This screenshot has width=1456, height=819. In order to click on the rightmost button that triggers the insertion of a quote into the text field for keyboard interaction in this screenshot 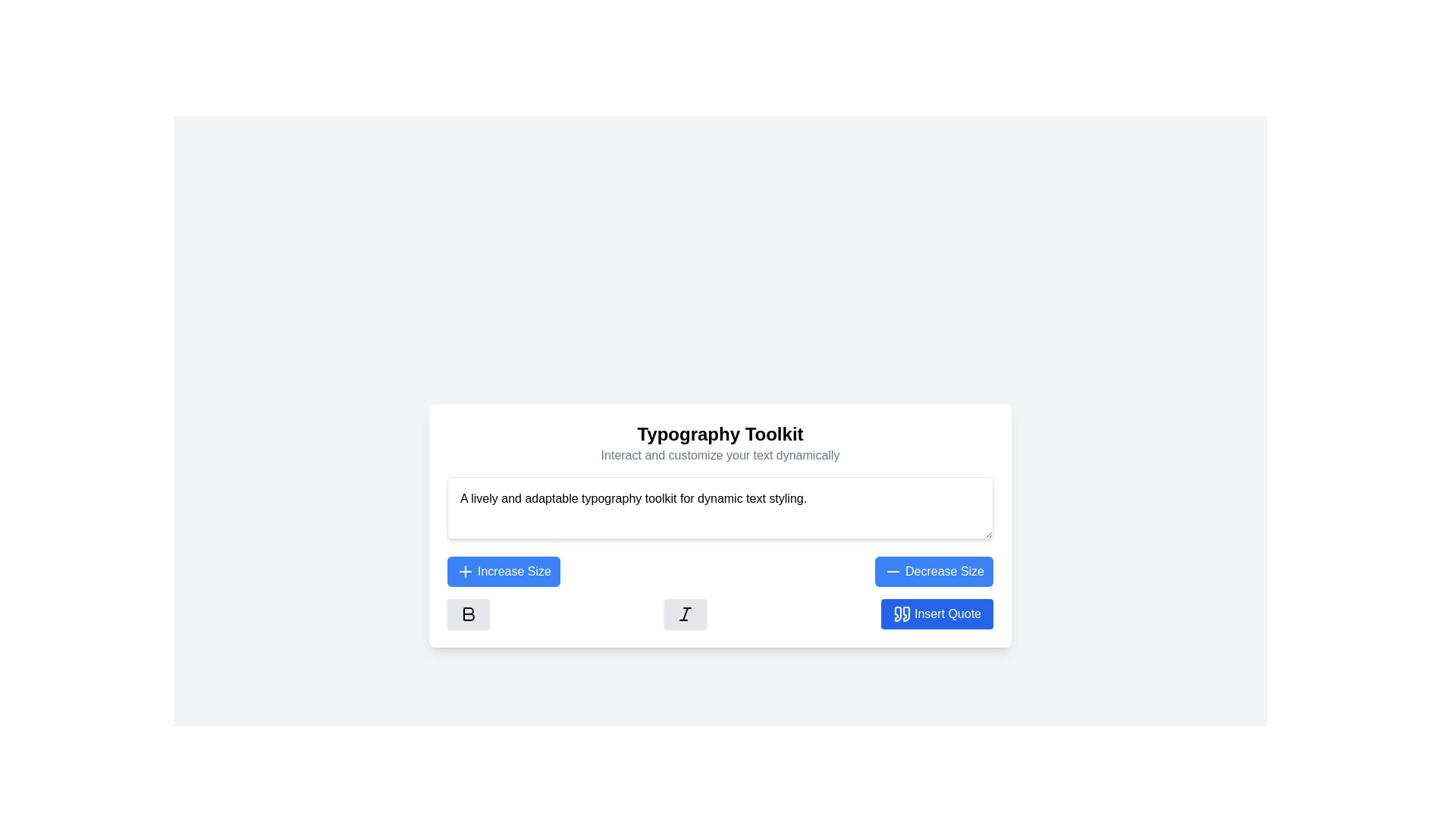, I will do `click(936, 613)`.